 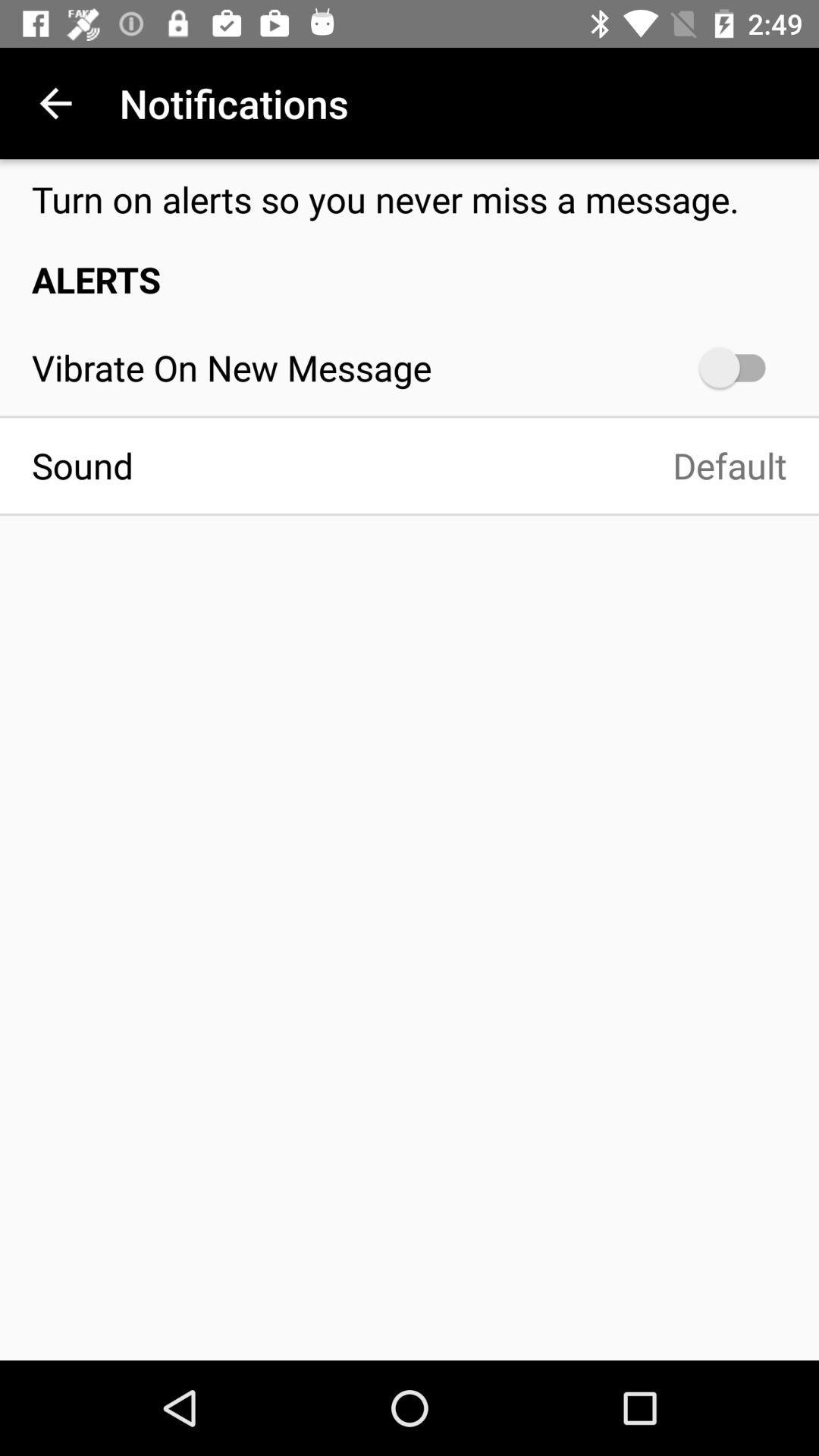 What do you see at coordinates (739, 367) in the screenshot?
I see `the item below alerts item` at bounding box center [739, 367].